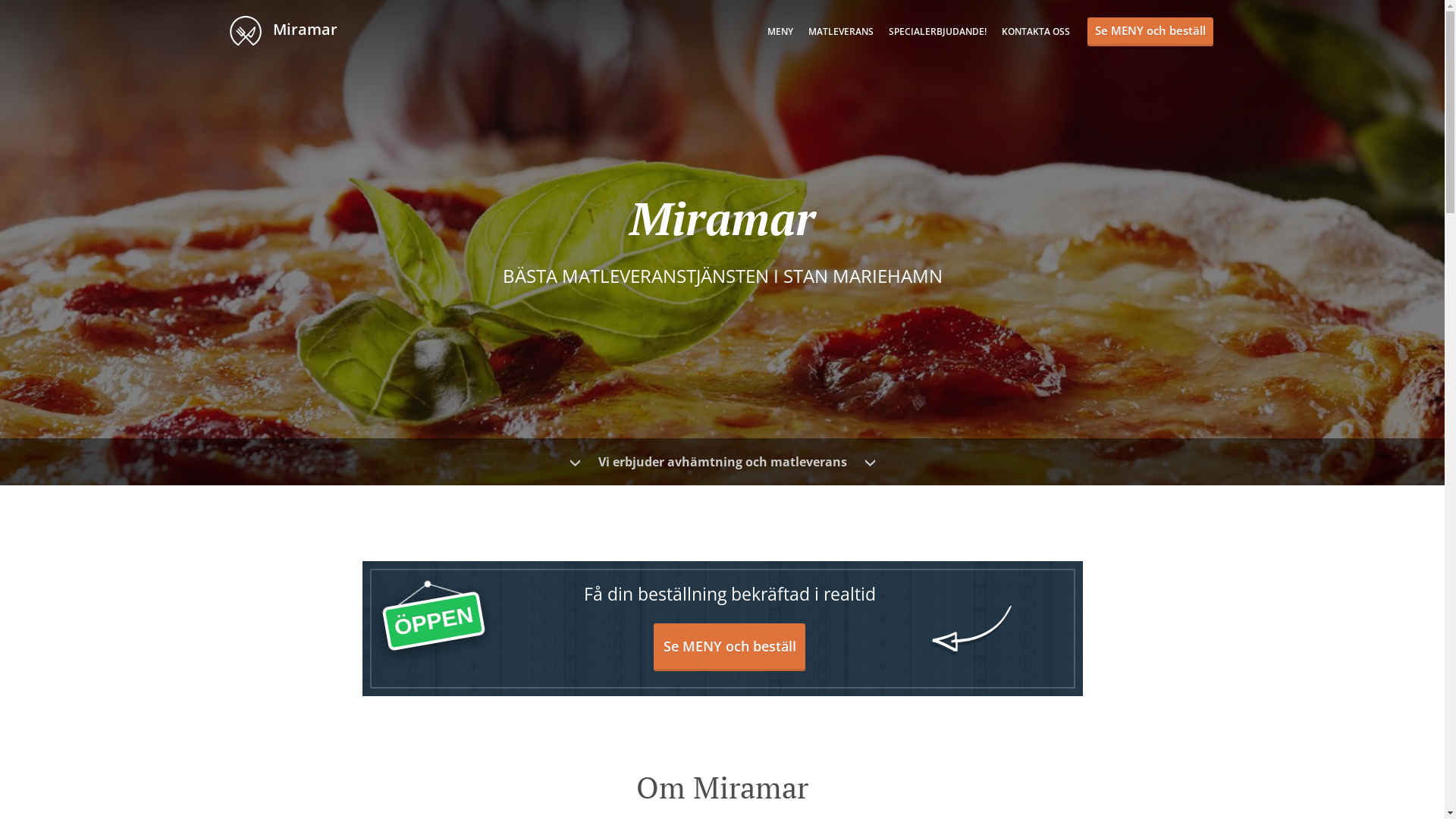 Image resolution: width=1456 pixels, height=819 pixels. Describe the element at coordinates (290, 30) in the screenshot. I see `' Miramar'` at that location.